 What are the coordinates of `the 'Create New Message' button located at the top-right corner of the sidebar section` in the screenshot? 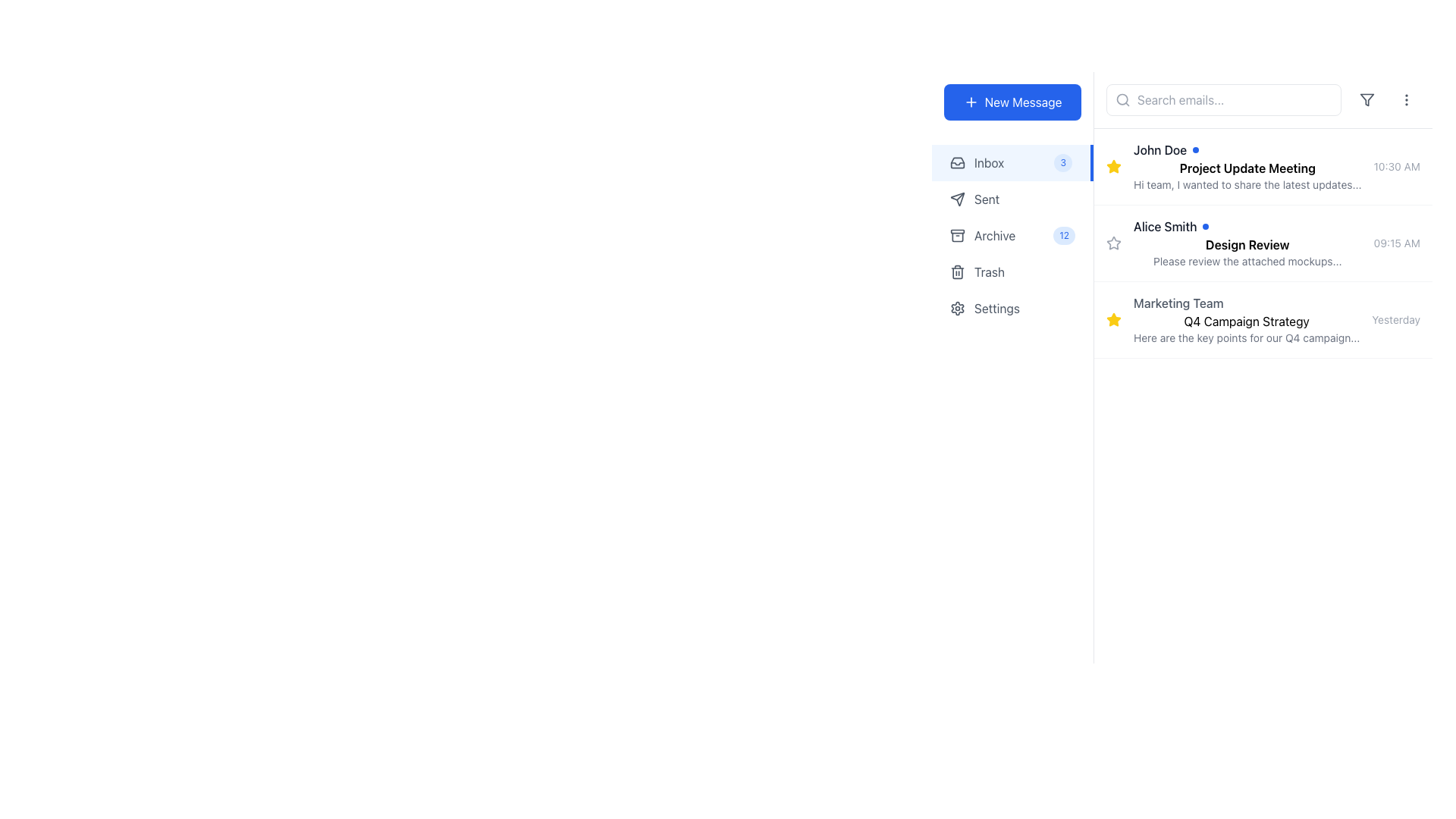 It's located at (1012, 102).